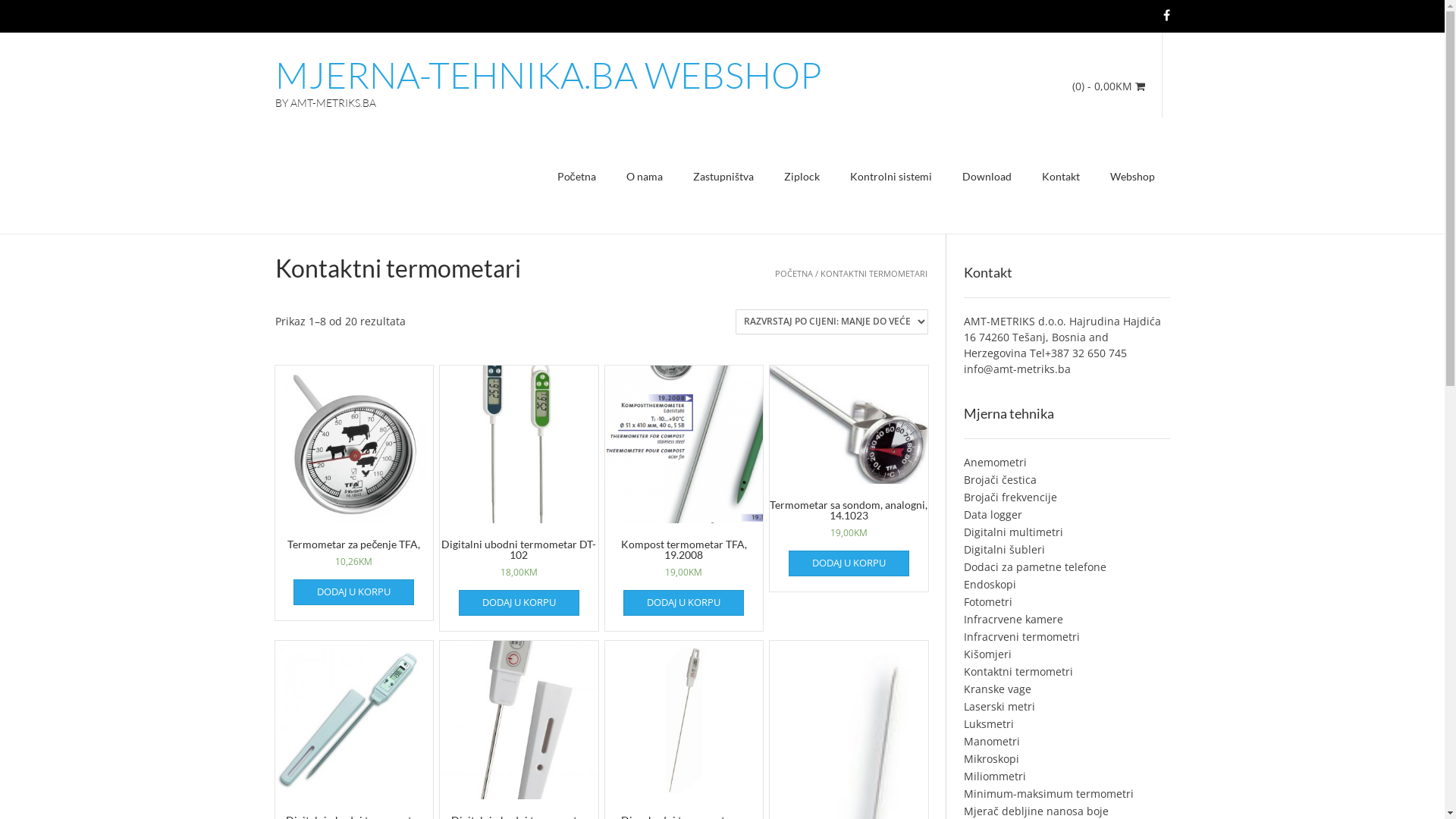 Image resolution: width=1456 pixels, height=819 pixels. Describe the element at coordinates (993, 513) in the screenshot. I see `'Data logger'` at that location.